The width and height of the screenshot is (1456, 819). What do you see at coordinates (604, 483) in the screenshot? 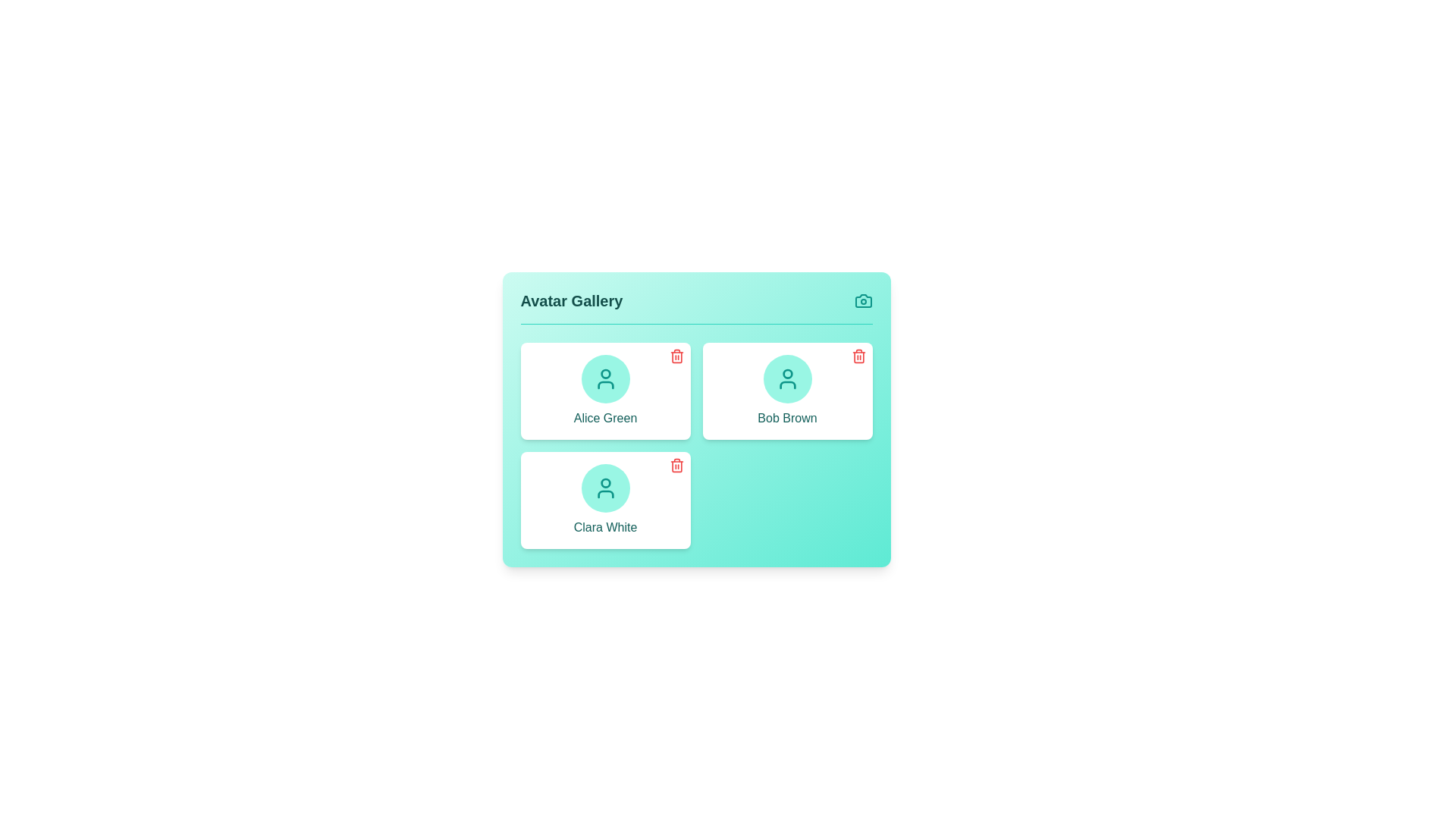
I see `the circular teal icon with a green dot at its center, located in the bottom card displaying 'Clara White'` at bounding box center [604, 483].